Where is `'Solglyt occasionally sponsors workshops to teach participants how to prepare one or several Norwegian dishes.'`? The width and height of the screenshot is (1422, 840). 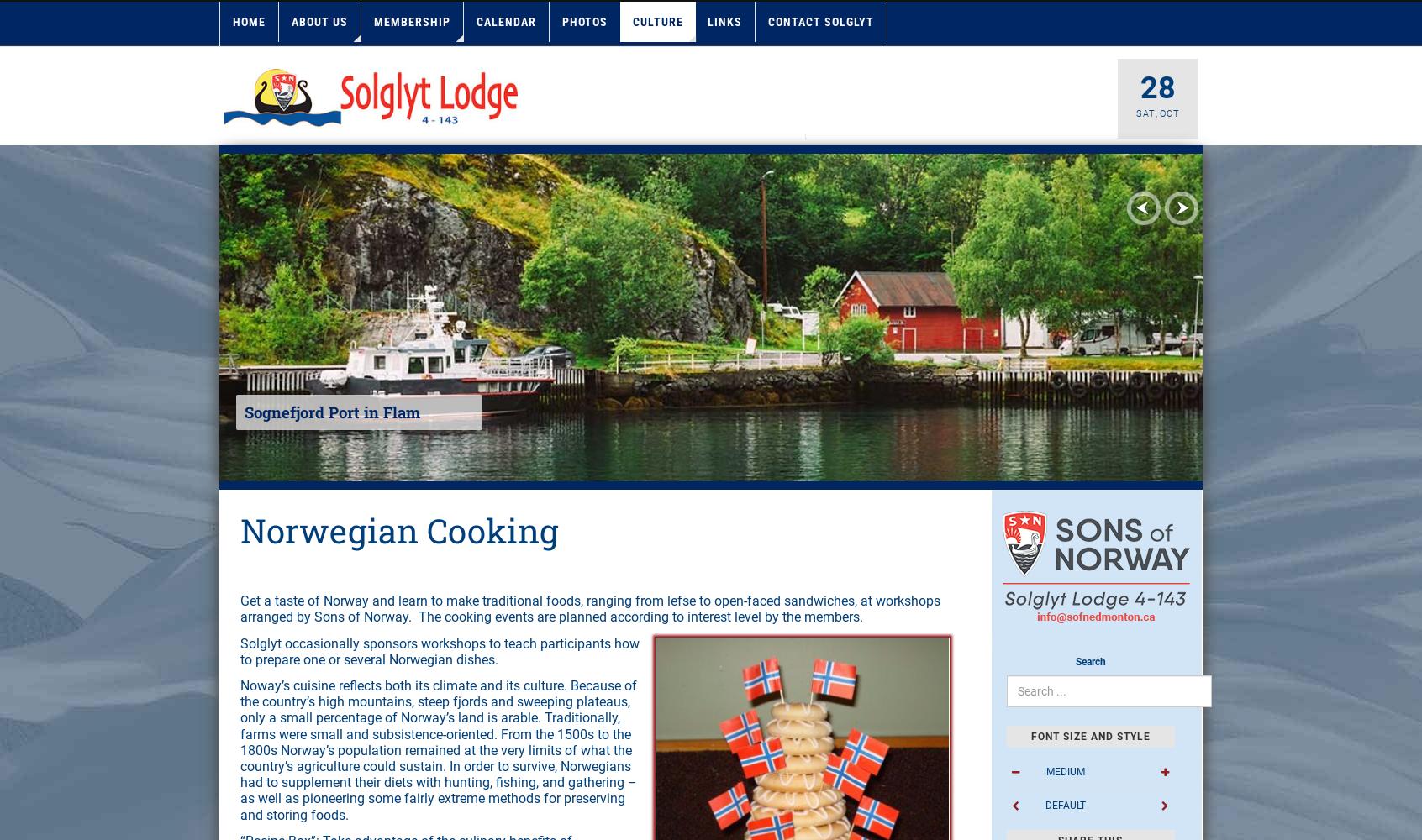
'Solglyt occasionally sponsors workshops to teach participants how to prepare one or several Norwegian dishes.' is located at coordinates (440, 651).